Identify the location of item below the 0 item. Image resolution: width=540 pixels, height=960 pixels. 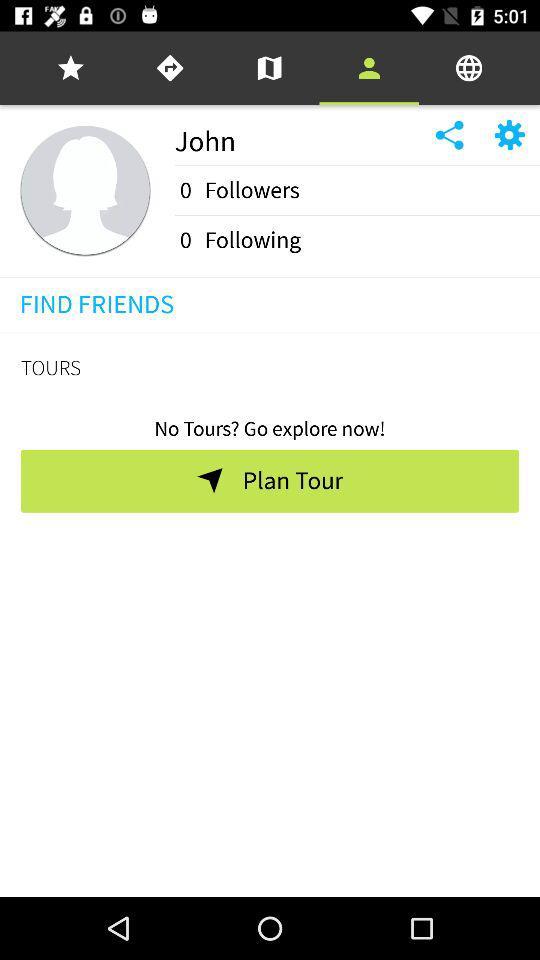
(356, 215).